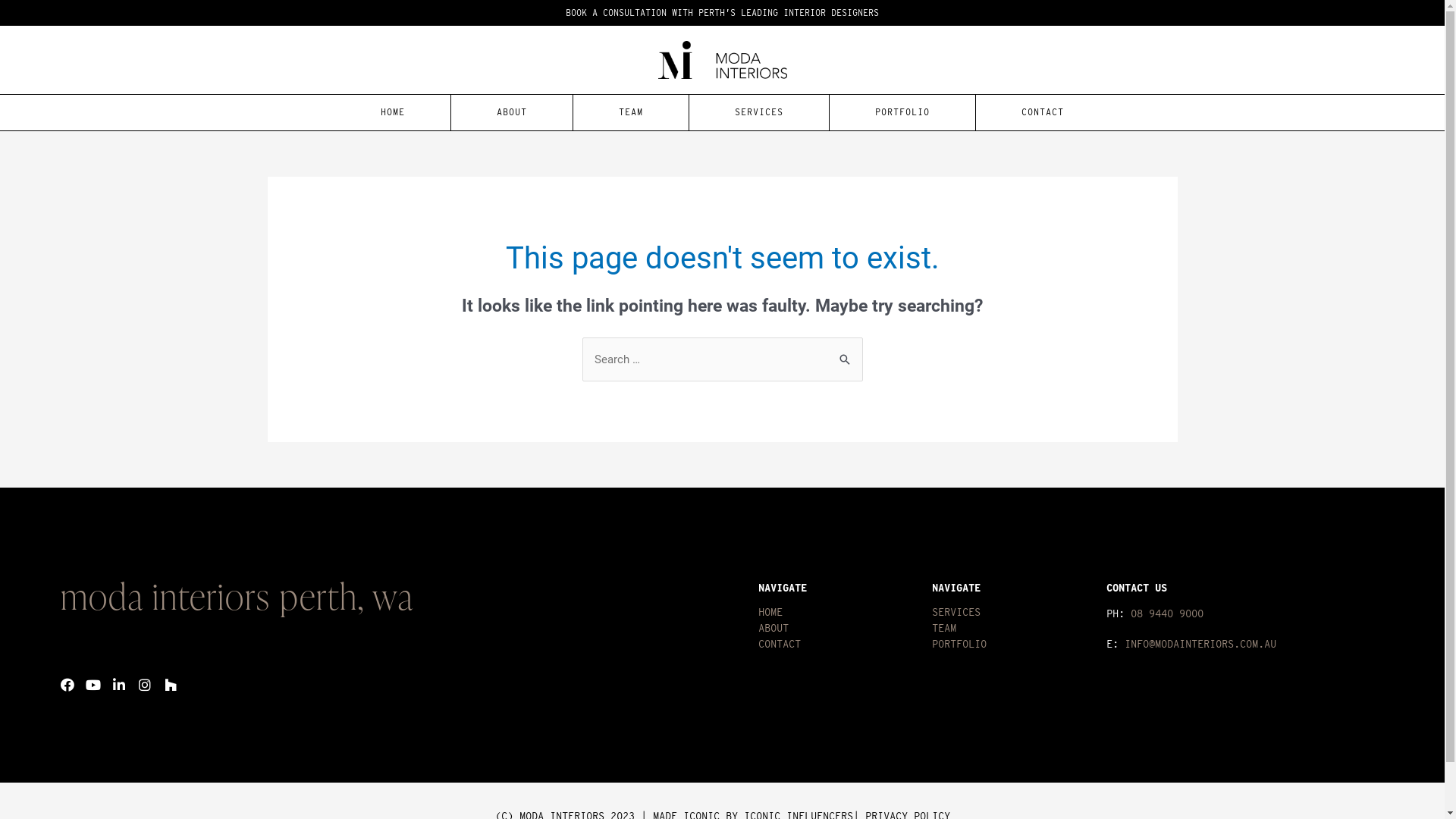 Image resolution: width=1456 pixels, height=819 pixels. What do you see at coordinates (759, 111) in the screenshot?
I see `'SERVICES'` at bounding box center [759, 111].